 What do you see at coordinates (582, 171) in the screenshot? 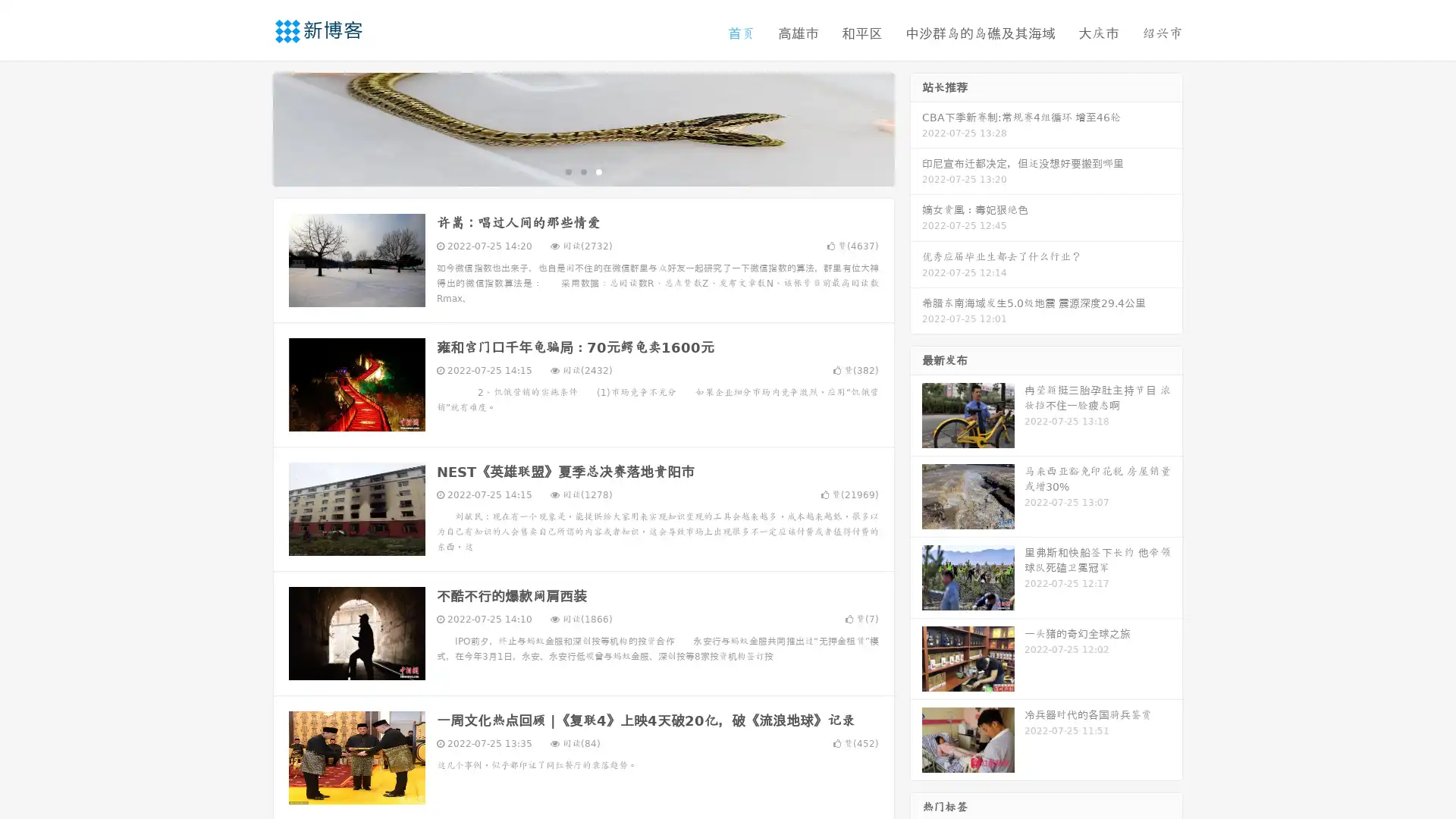
I see `Go to slide 2` at bounding box center [582, 171].